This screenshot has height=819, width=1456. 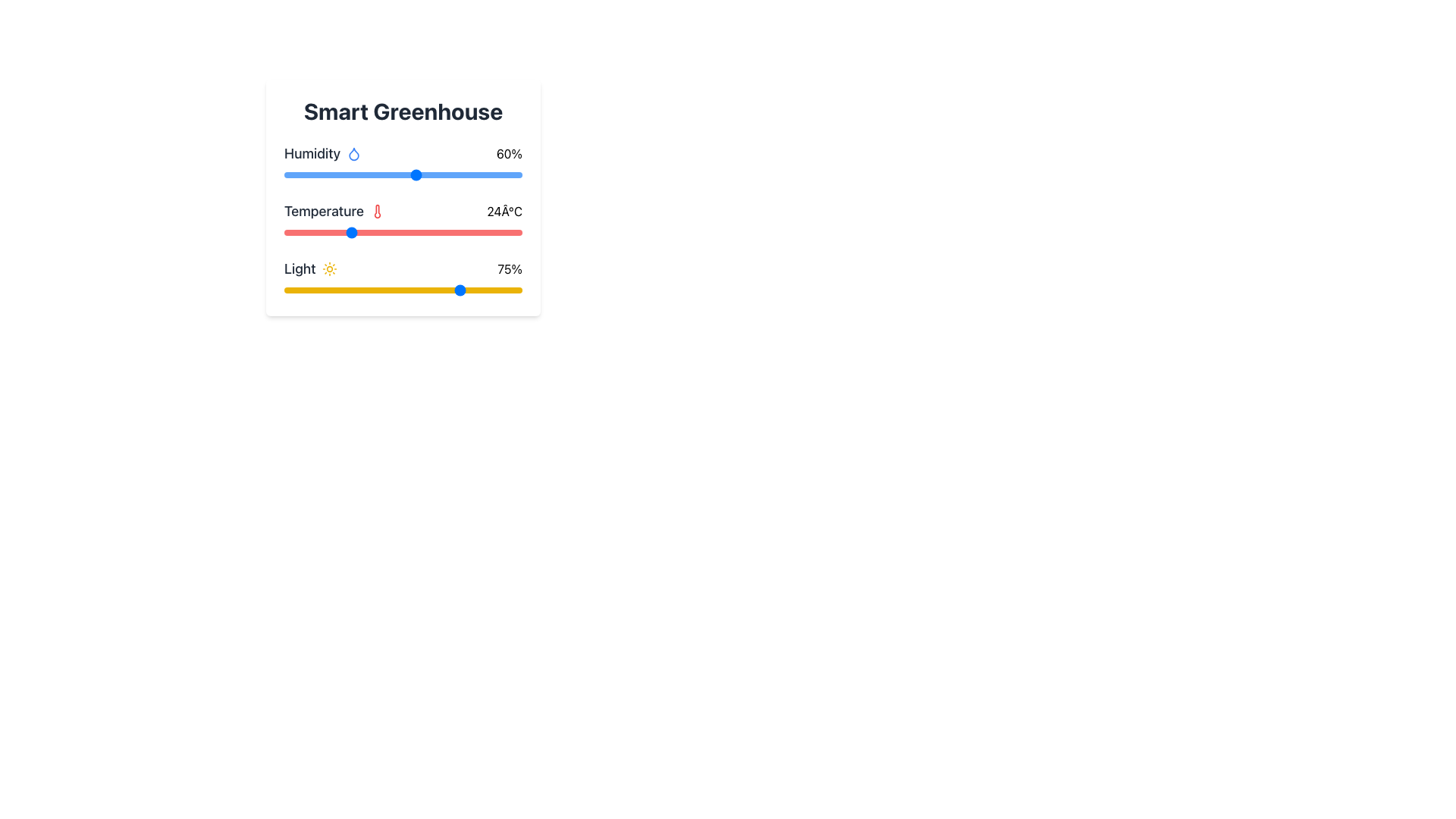 What do you see at coordinates (403, 233) in the screenshot?
I see `to select a point on the Range slider located below the 'Temperature' label and the '24°C' reading in the 'Smart Greenhouse' panel` at bounding box center [403, 233].